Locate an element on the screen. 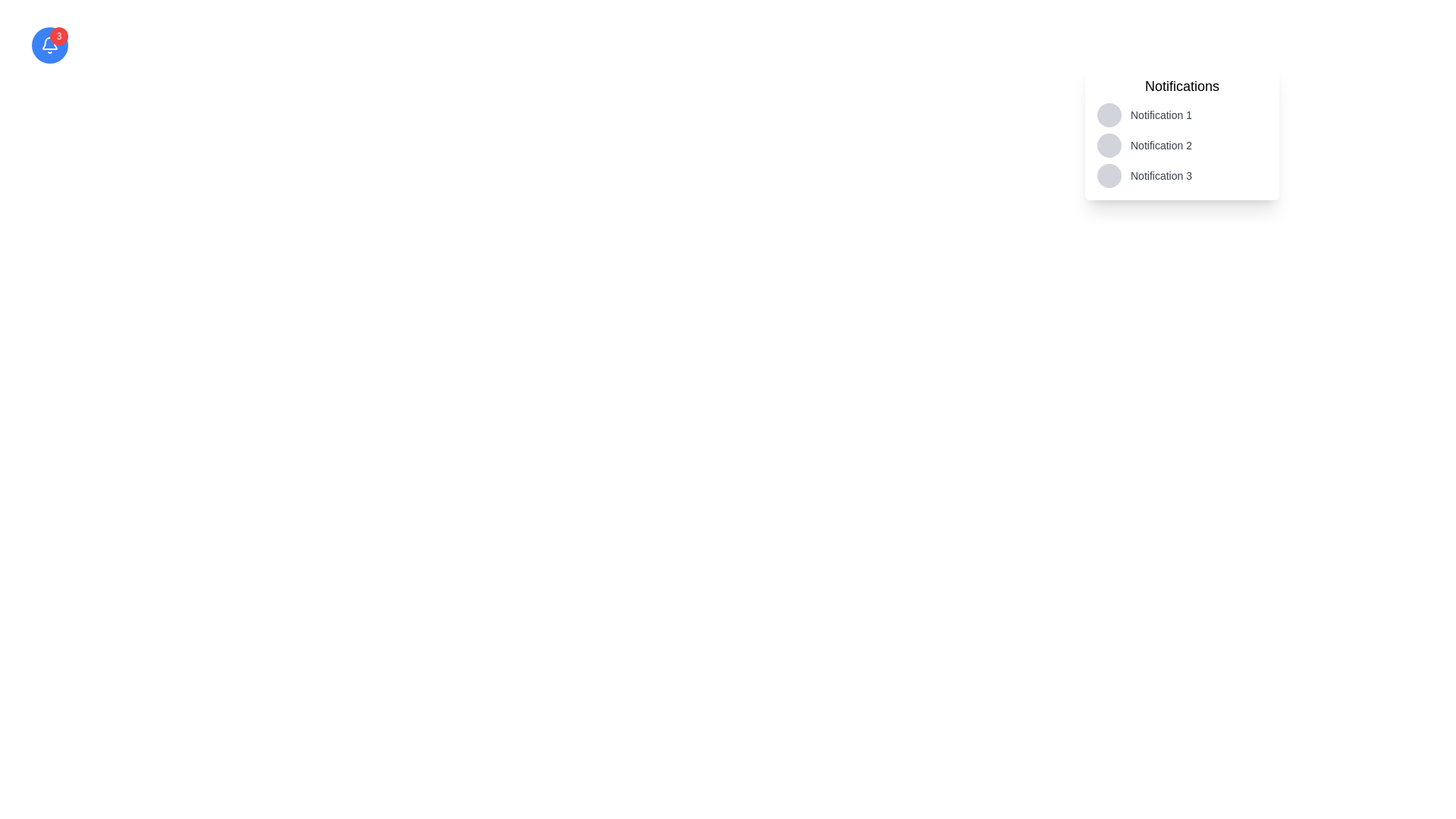 The height and width of the screenshot is (819, 1456). the text label displaying 'Notification 2', which is positioned as the second notification item in the list, aligned with a circular icon is located at coordinates (1160, 146).